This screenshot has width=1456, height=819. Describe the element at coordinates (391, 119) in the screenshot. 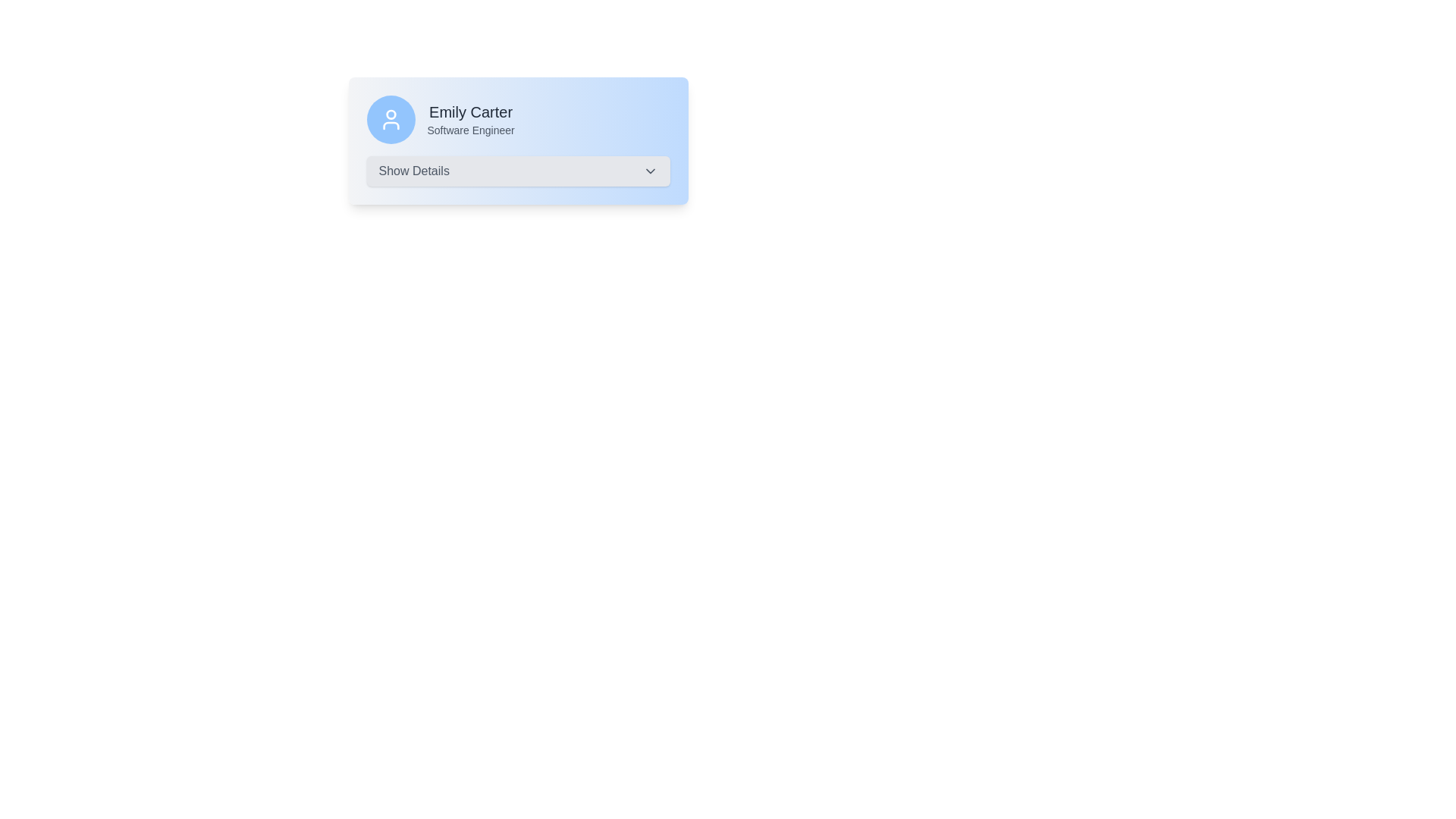

I see `the user profile silhouette icon, which is a minimalistic design with white lines on a blue background, located in the top left section of a card interface` at that location.